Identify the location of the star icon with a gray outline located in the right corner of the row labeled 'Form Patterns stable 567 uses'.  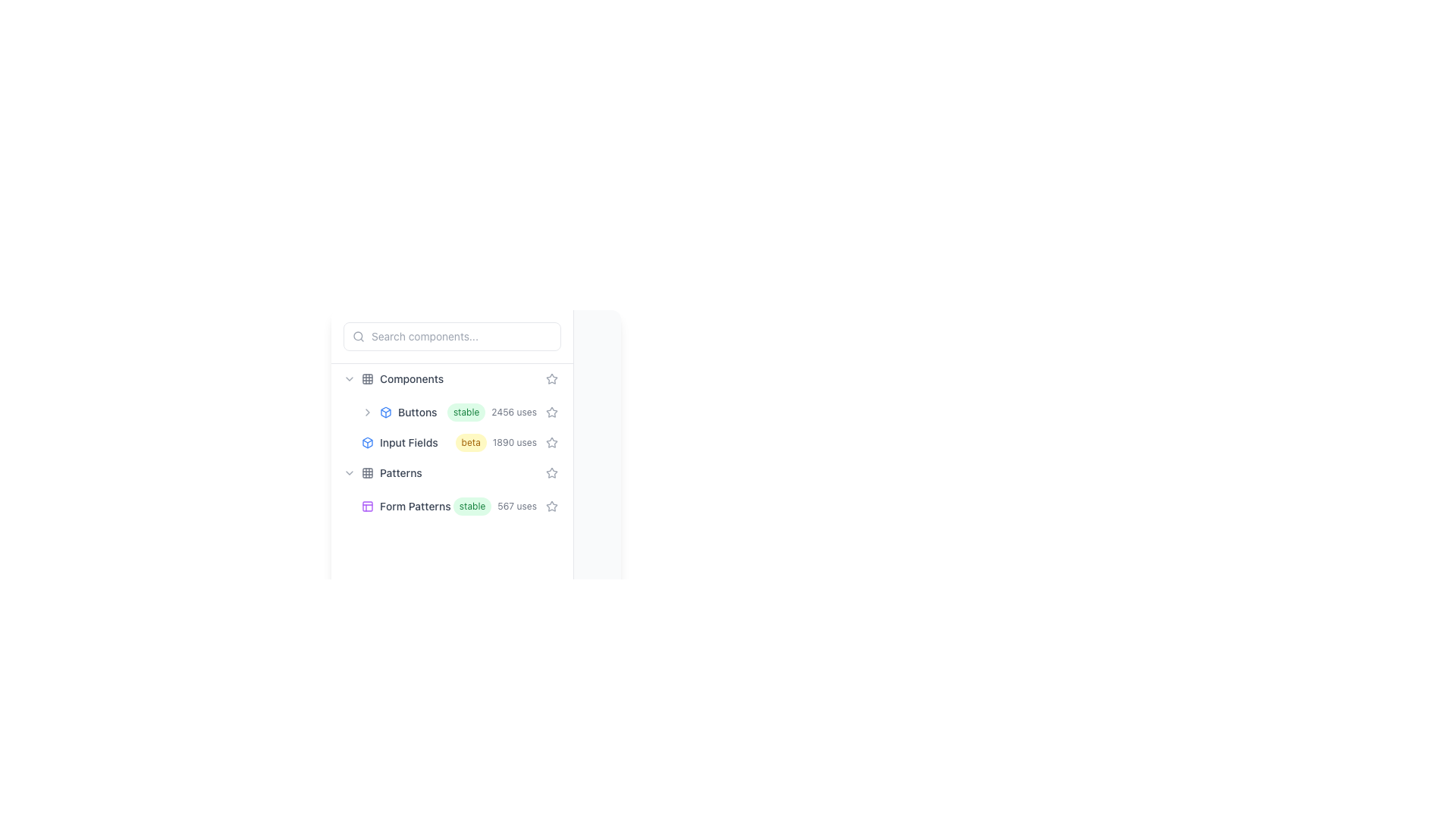
(551, 472).